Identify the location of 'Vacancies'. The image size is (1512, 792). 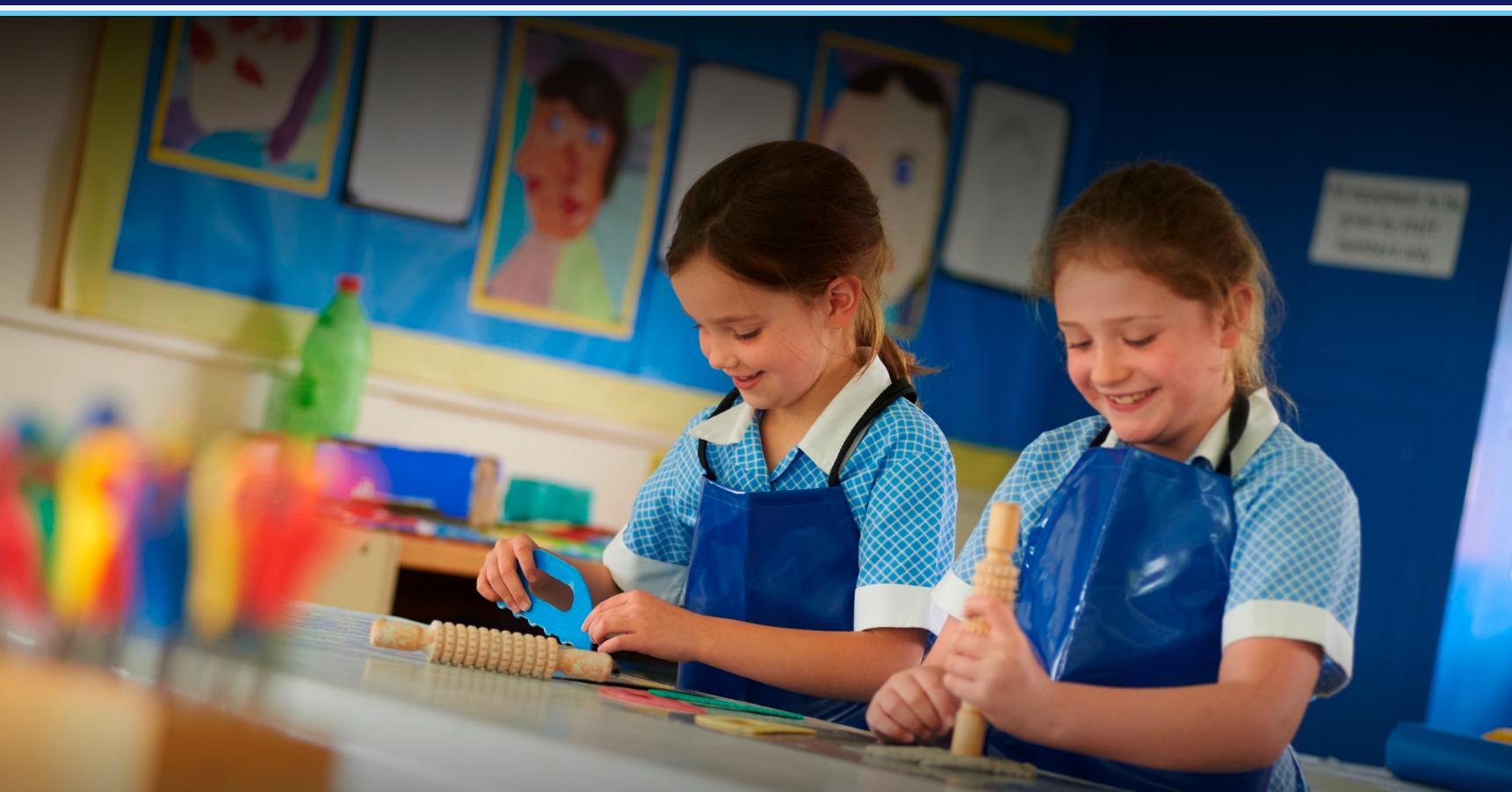
(1223, 228).